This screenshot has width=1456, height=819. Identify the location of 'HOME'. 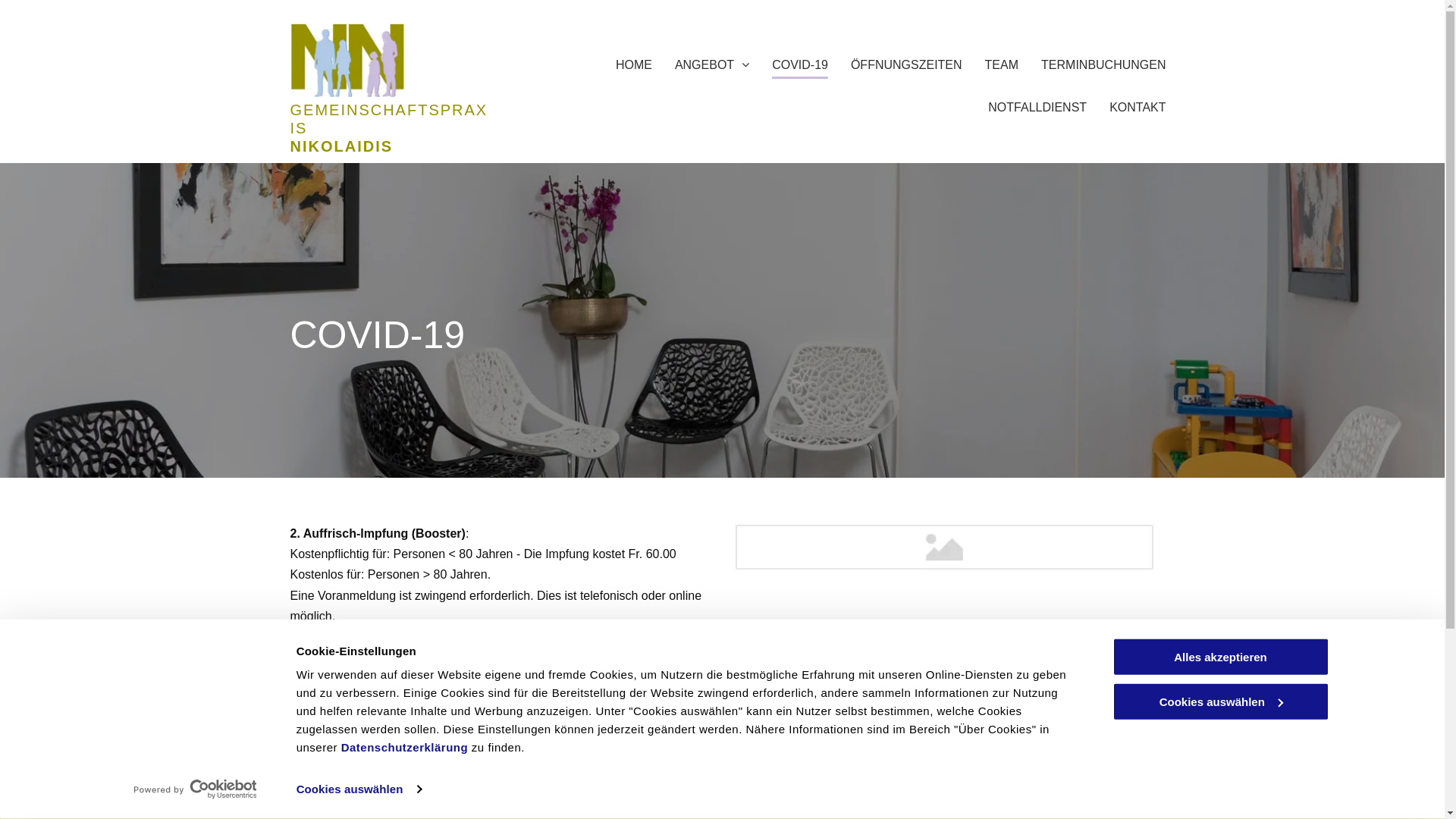
(633, 61).